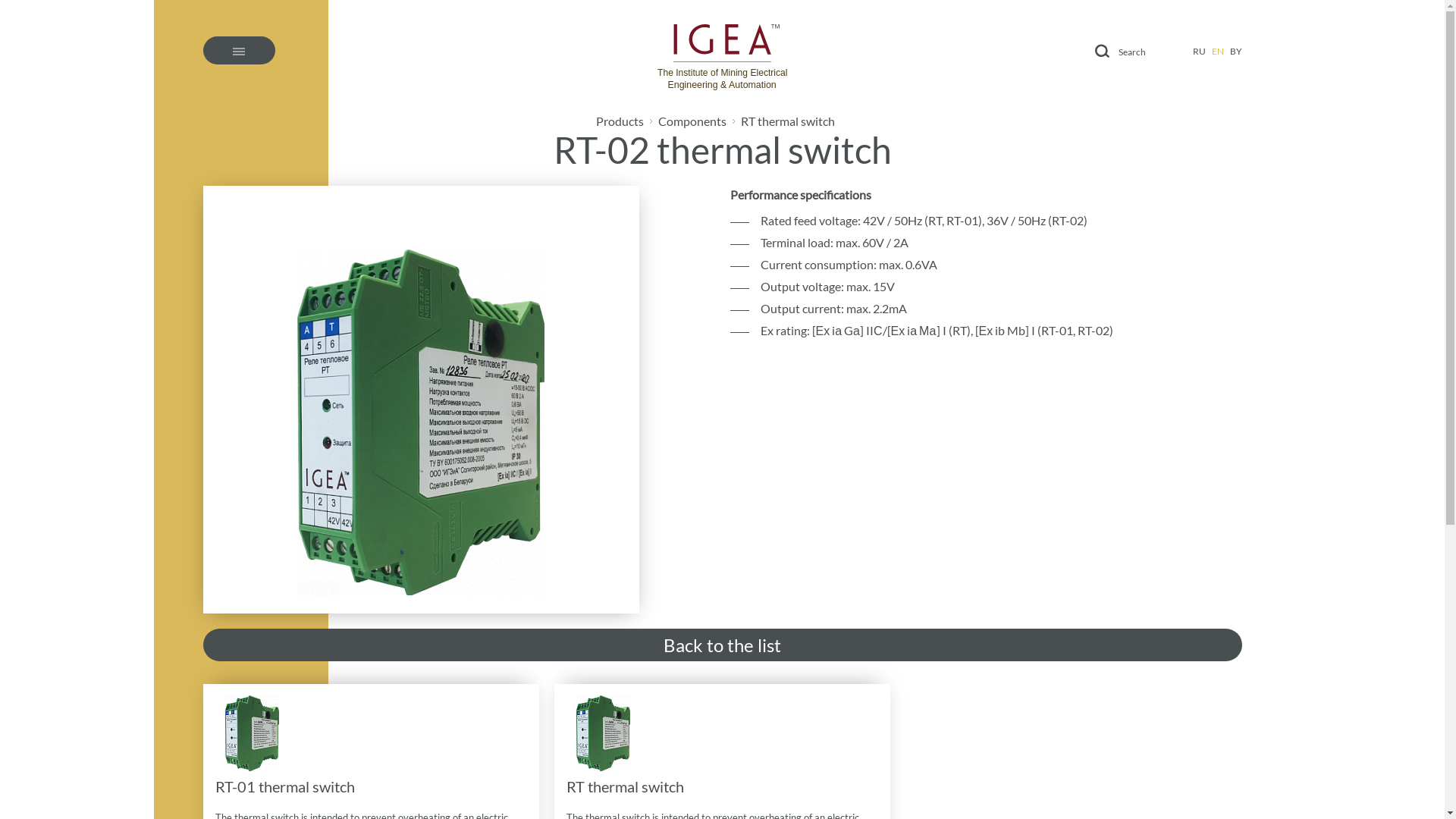 The width and height of the screenshot is (1456, 819). Describe the element at coordinates (658, 120) in the screenshot. I see `'Components'` at that location.